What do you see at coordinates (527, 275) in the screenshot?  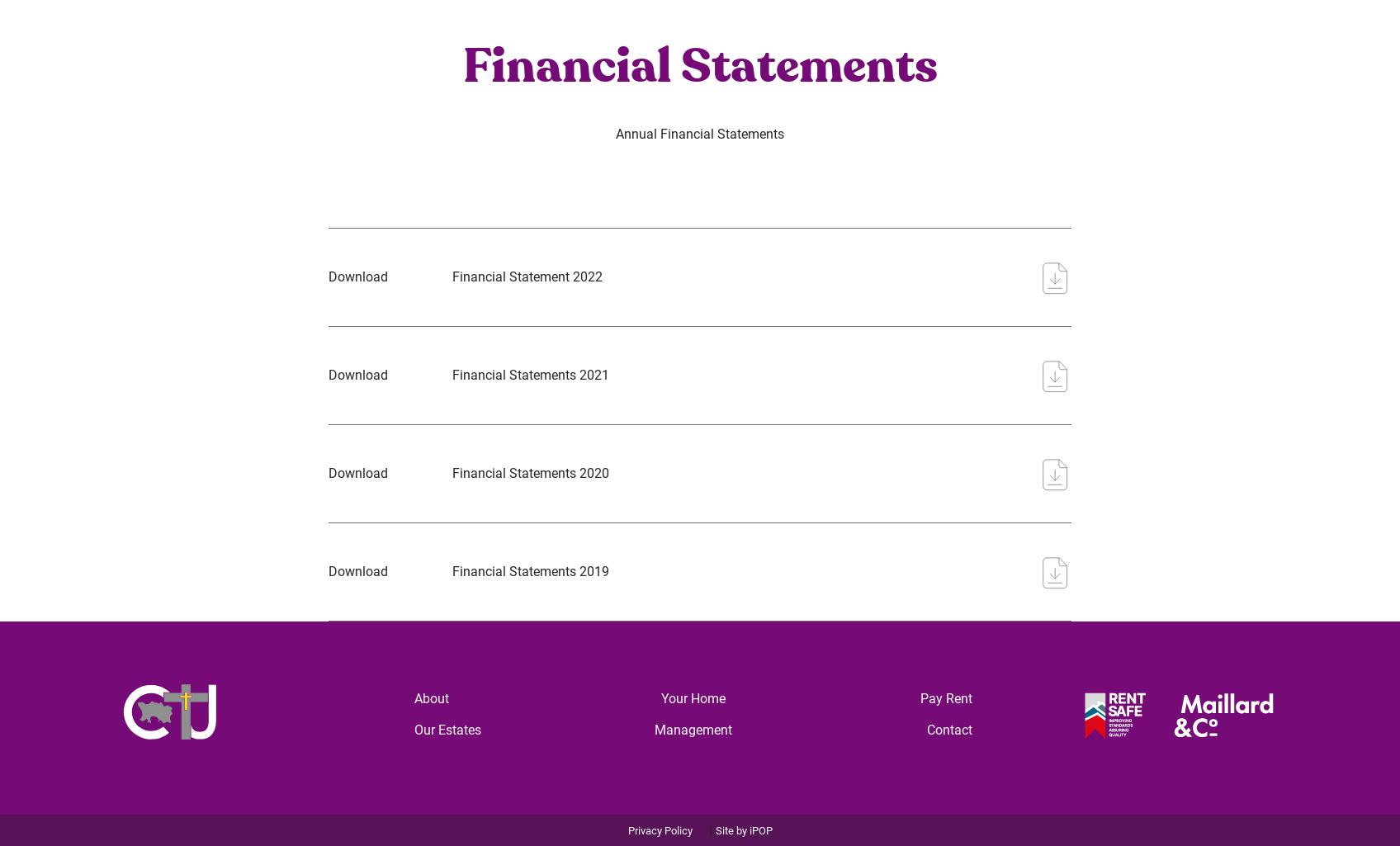 I see `'Financial Statement 2022'` at bounding box center [527, 275].